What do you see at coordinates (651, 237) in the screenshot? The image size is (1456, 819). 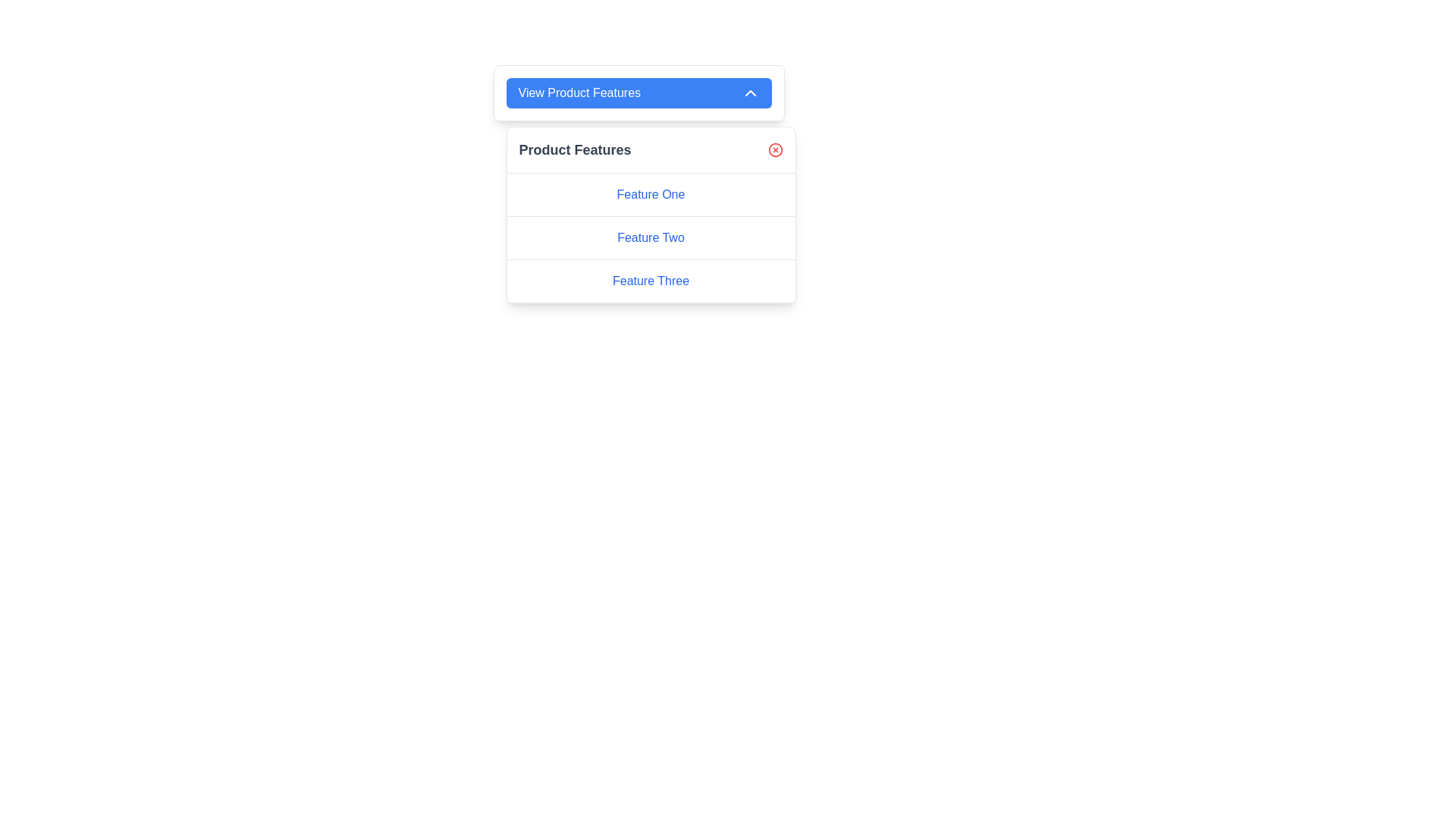 I see `the second selectable item in the 'Product Features' dropdown menu to focus on it` at bounding box center [651, 237].